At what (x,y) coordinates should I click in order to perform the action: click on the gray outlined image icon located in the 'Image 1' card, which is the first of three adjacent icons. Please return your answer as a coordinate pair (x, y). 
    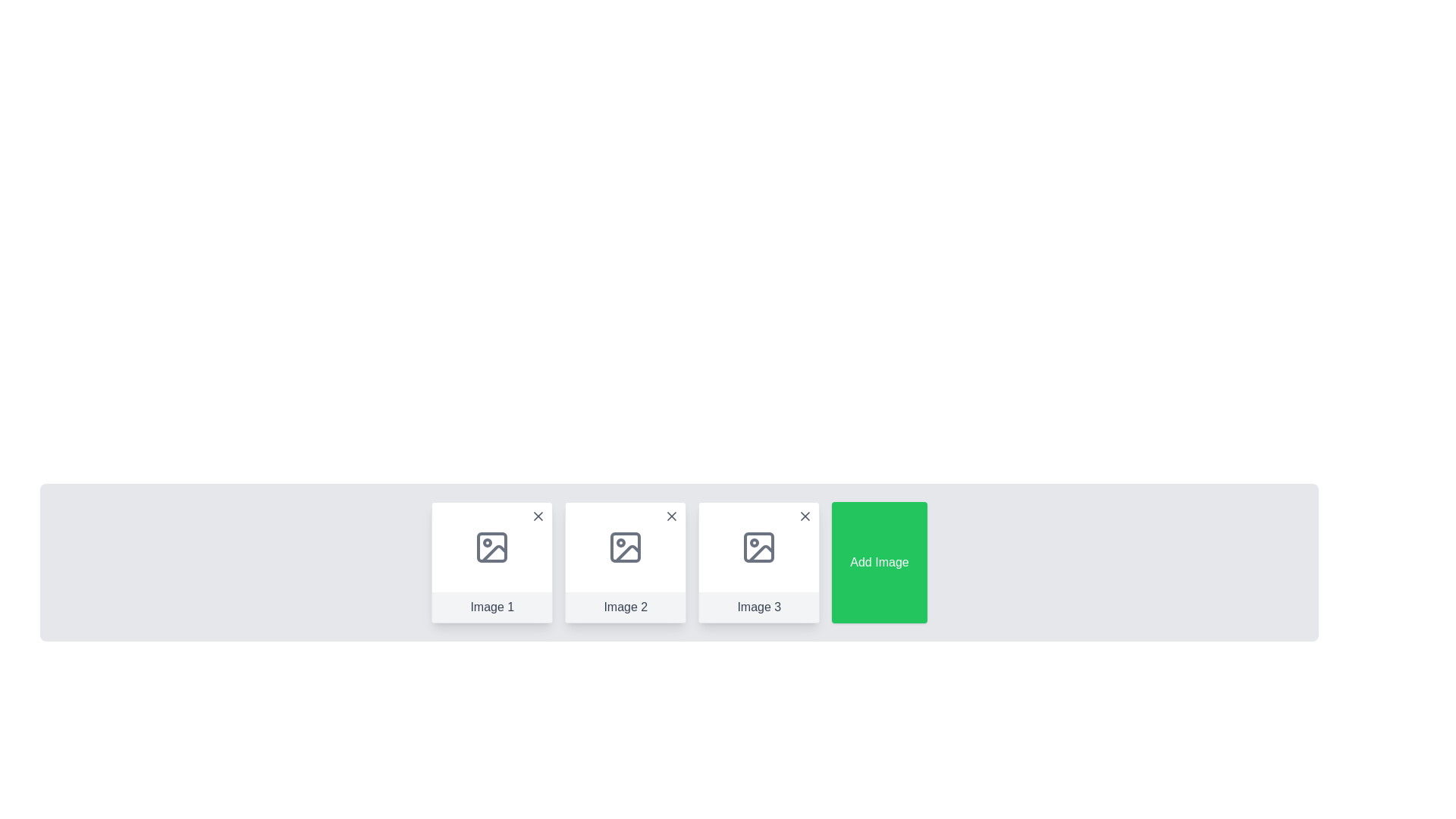
    Looking at the image, I should click on (492, 547).